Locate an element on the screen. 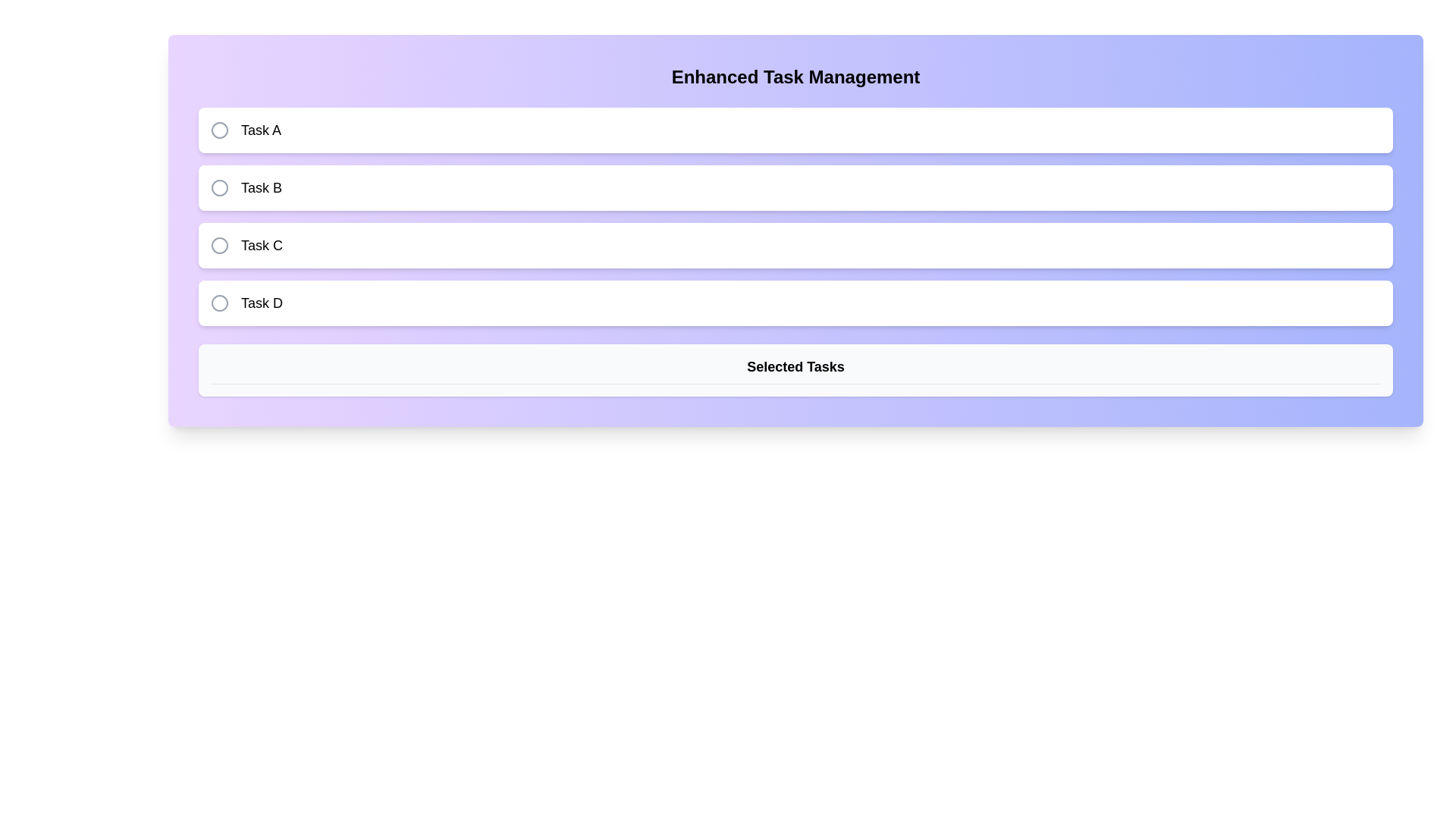  the 'Task B' button, which is the second item in a vertical list of tasks is located at coordinates (795, 187).